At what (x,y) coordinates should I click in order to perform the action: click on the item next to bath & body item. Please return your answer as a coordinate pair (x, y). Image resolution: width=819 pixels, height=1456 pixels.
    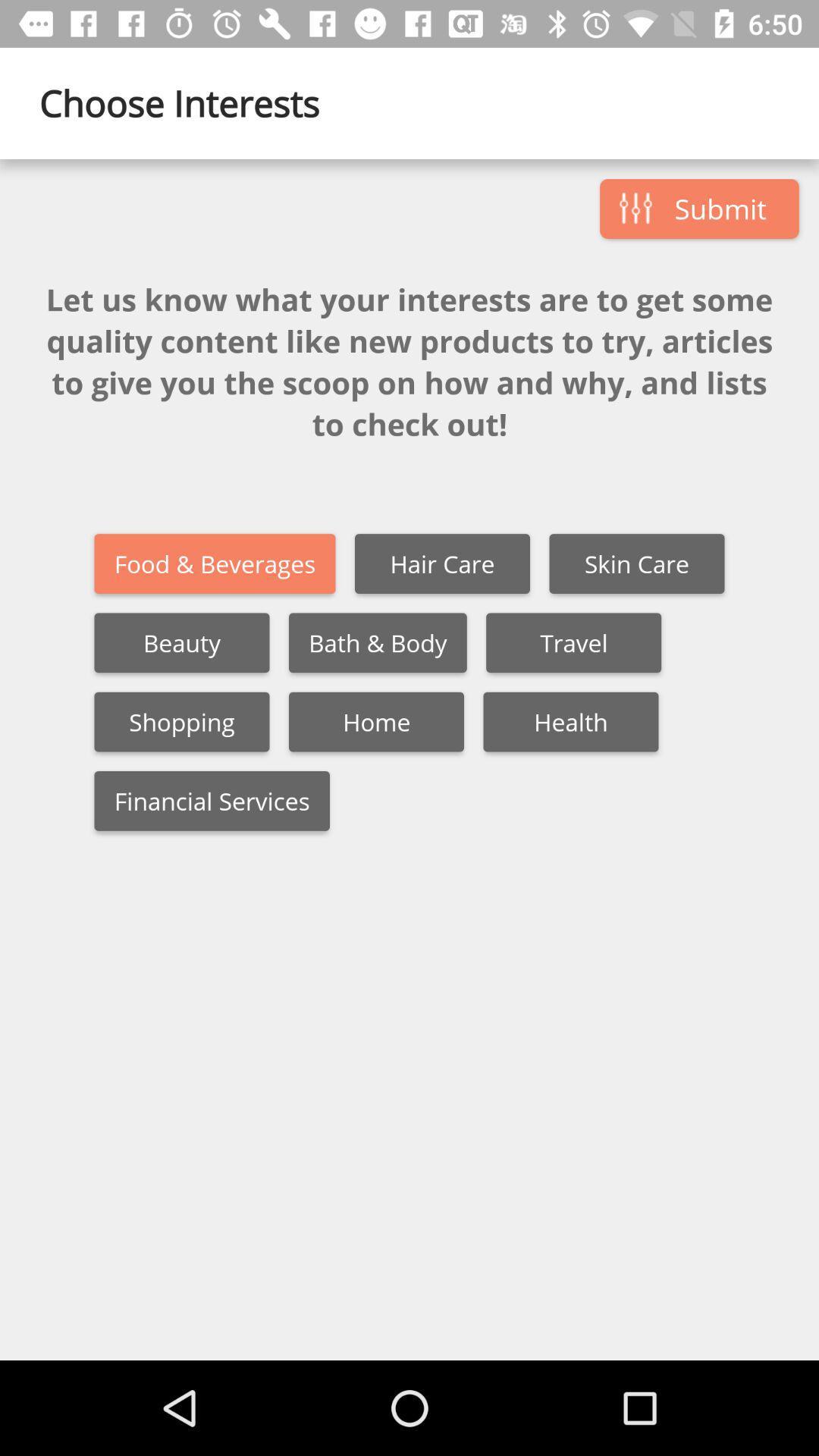
    Looking at the image, I should click on (180, 642).